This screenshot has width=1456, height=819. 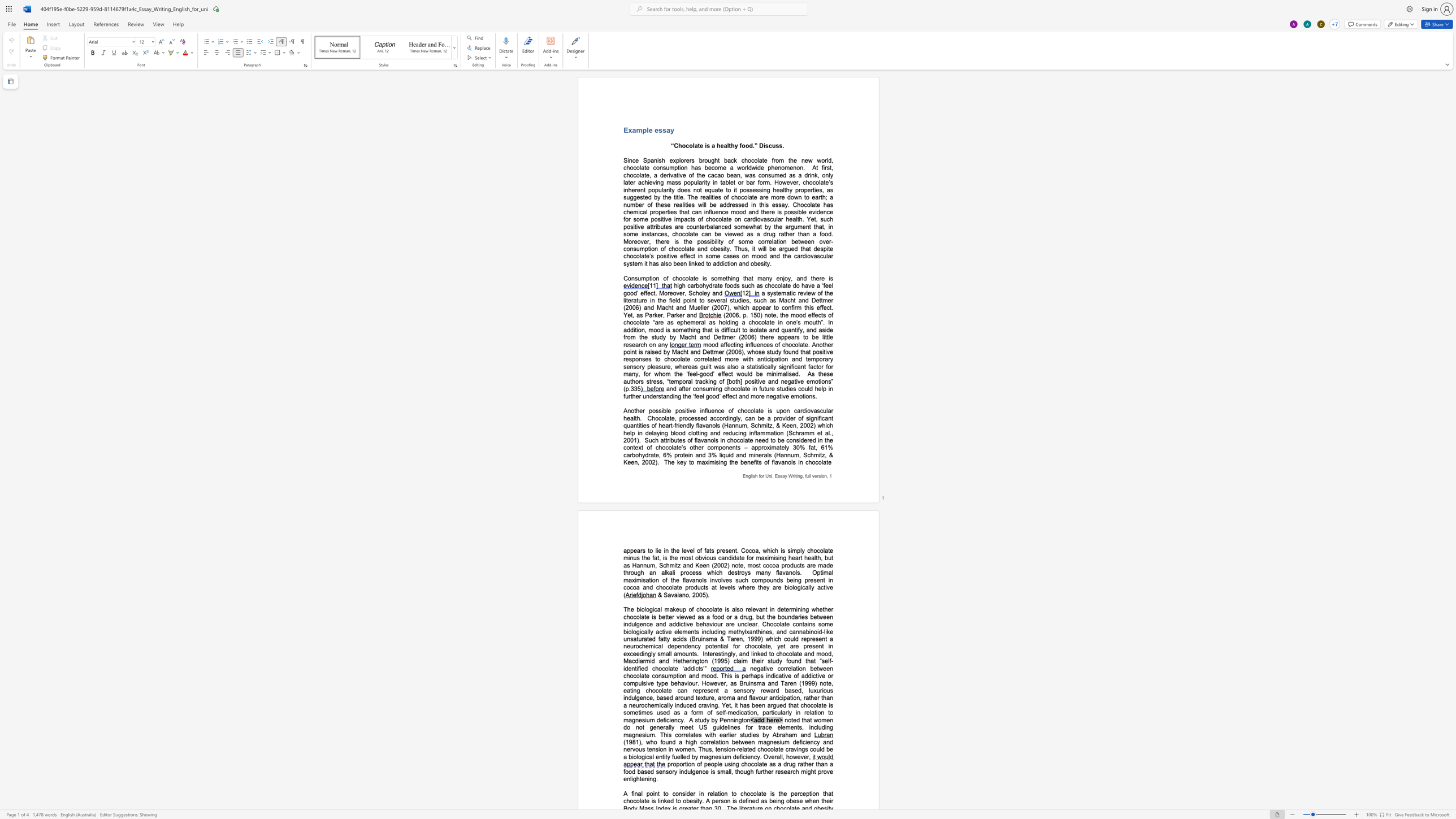 I want to click on the space between the continuous character "i" and "s" in the text, so click(x=772, y=793).